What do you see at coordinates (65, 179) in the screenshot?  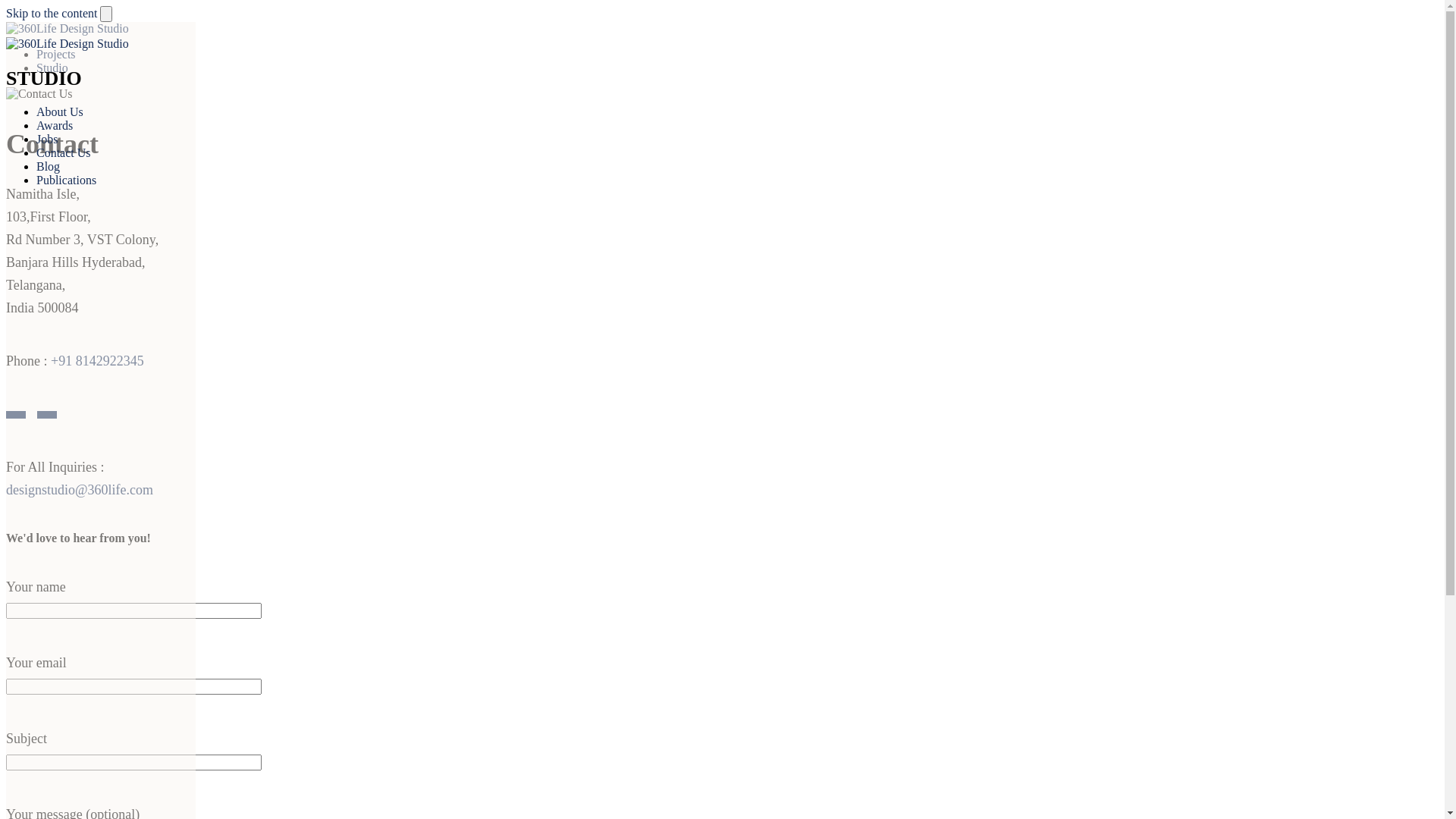 I see `'Publications'` at bounding box center [65, 179].